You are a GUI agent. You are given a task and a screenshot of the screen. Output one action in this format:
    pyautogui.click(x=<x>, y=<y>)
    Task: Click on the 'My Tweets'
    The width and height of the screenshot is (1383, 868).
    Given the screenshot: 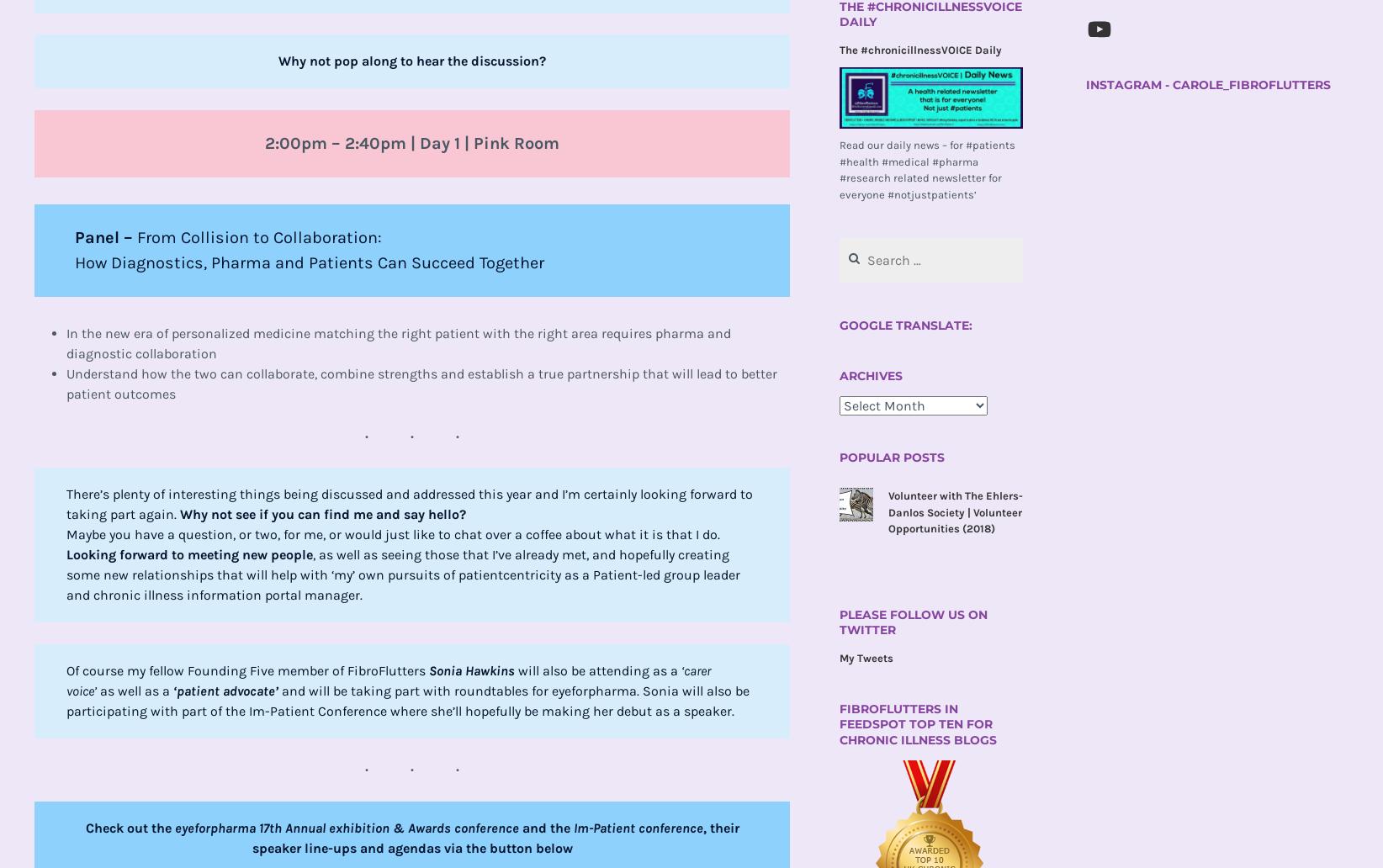 What is the action you would take?
    pyautogui.click(x=865, y=658)
    